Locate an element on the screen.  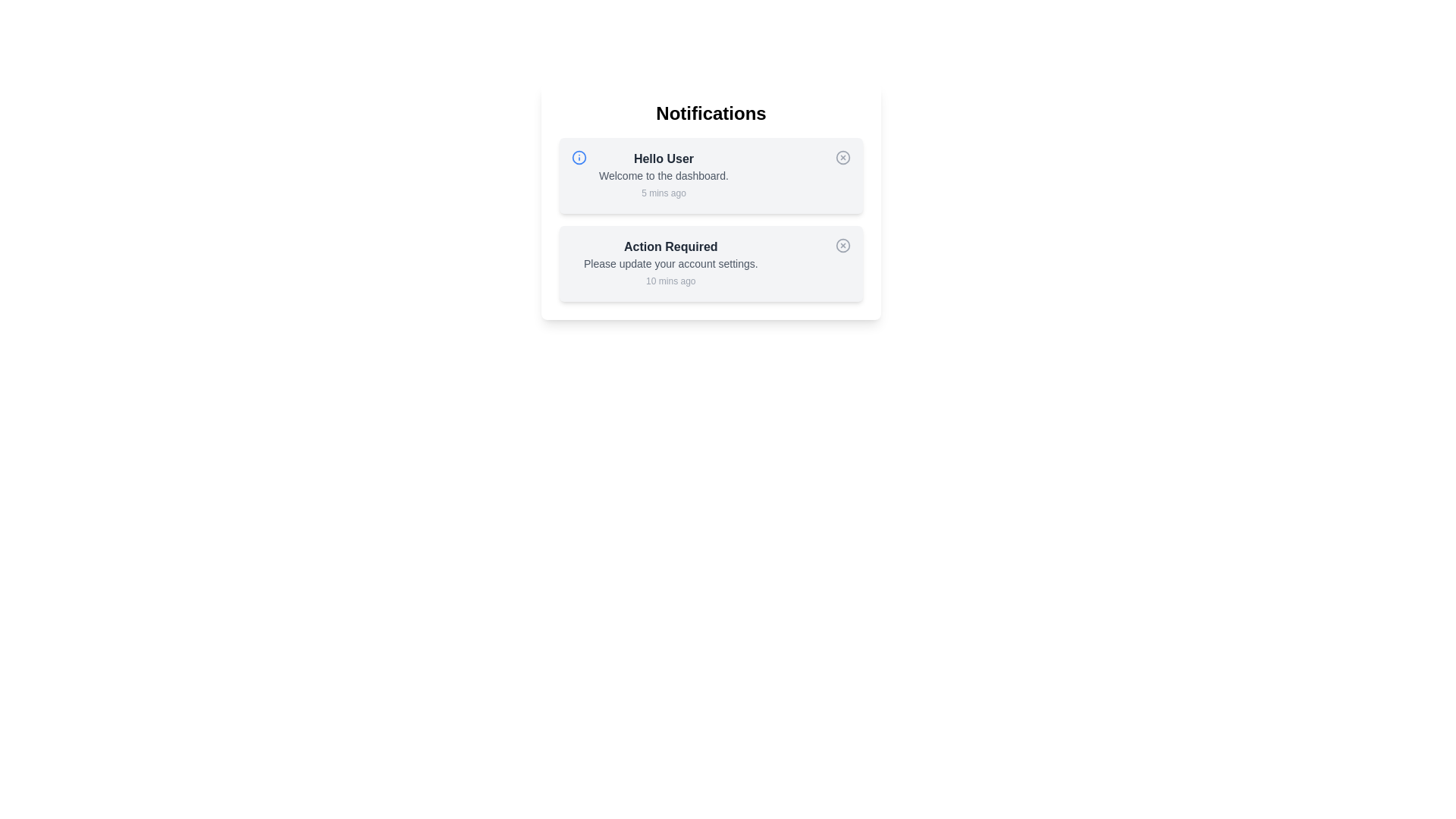
the Text label that serves as a header for the 'Action Required' notification, which is positioned at the second spot in the notifications list is located at coordinates (670, 246).